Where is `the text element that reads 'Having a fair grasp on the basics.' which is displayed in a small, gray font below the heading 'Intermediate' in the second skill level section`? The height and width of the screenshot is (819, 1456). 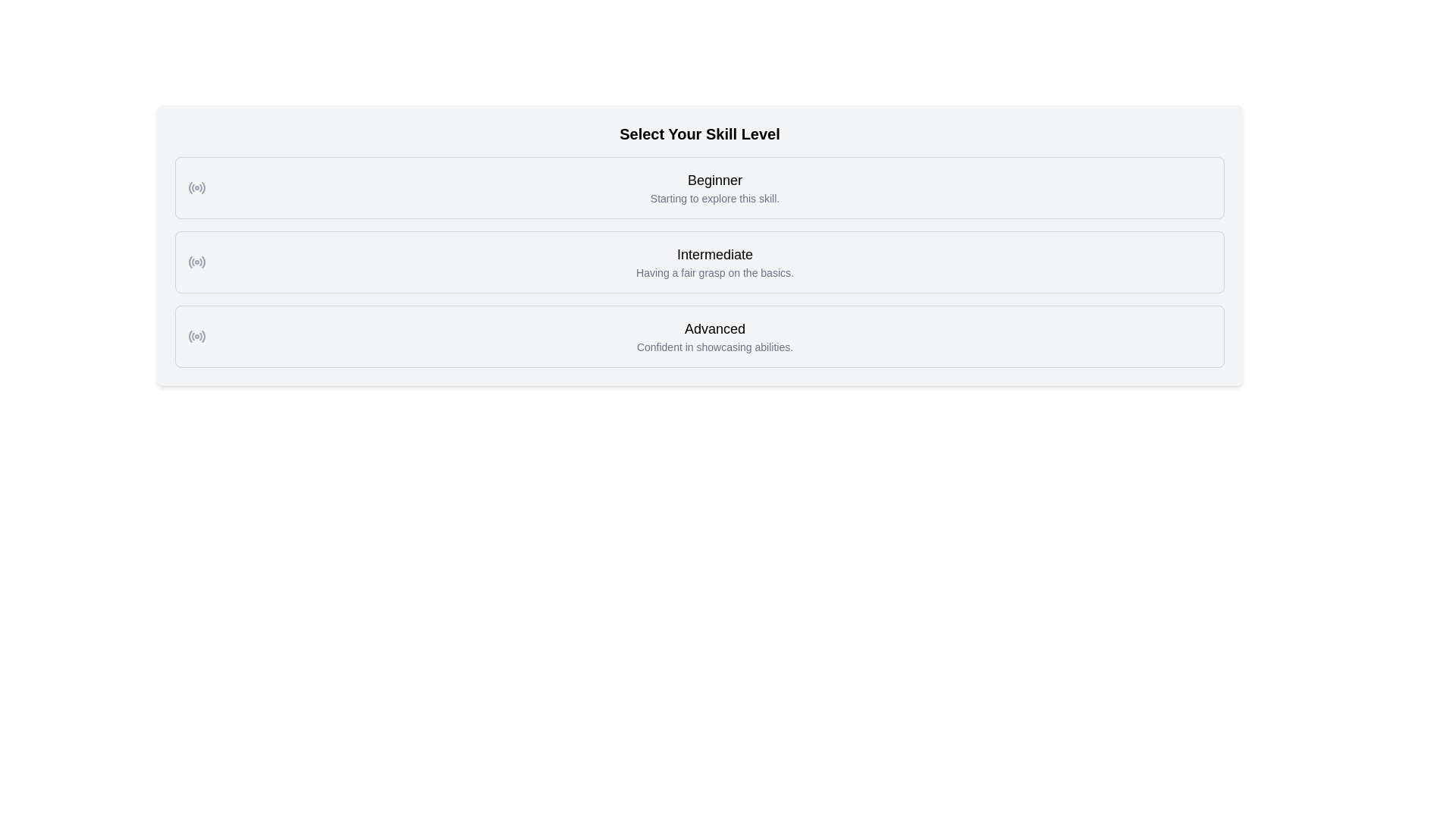 the text element that reads 'Having a fair grasp on the basics.' which is displayed in a small, gray font below the heading 'Intermediate' in the second skill level section is located at coordinates (714, 271).